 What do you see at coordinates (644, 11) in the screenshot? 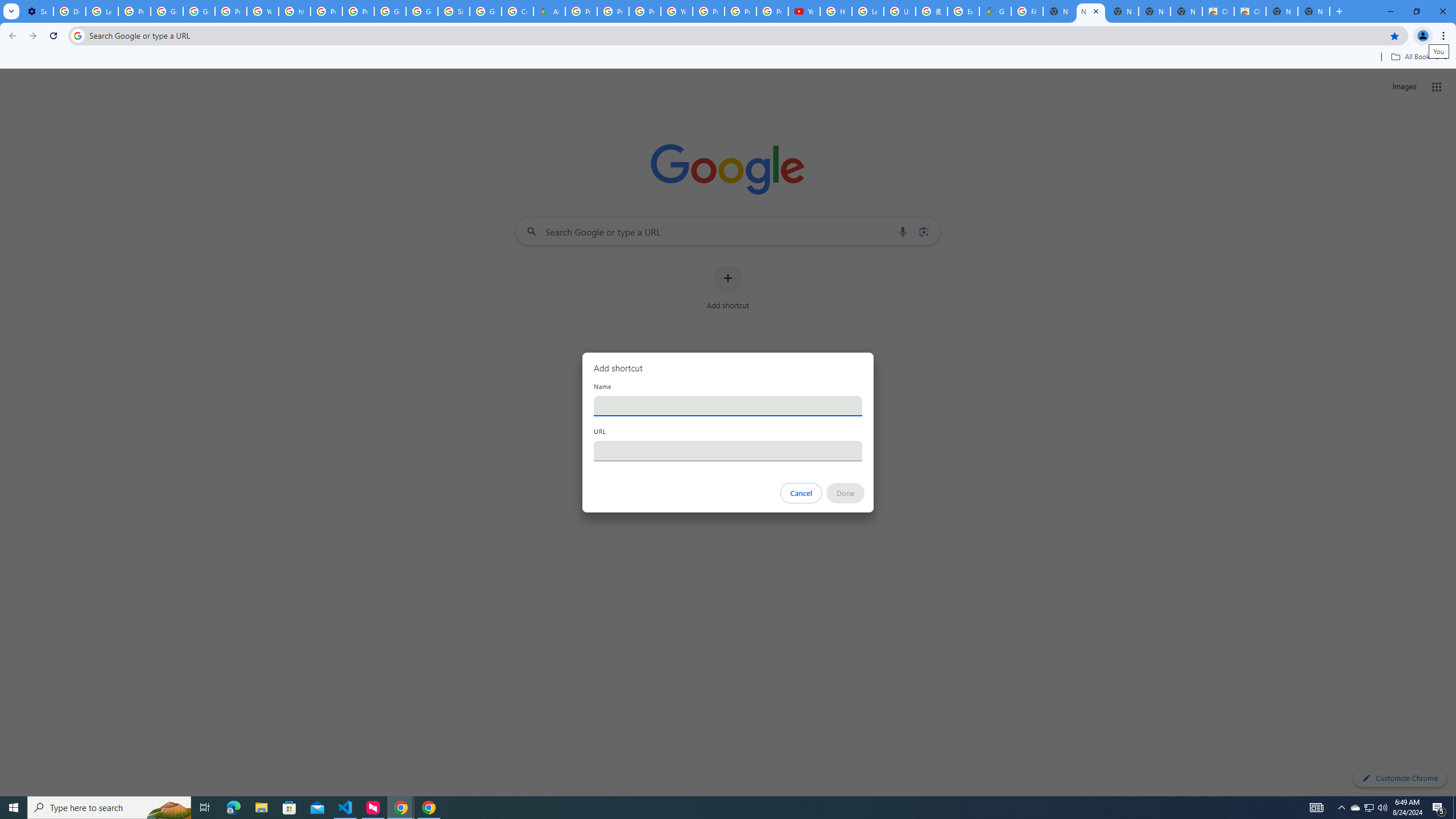
I see `'Privacy Help Center - Policies Help'` at bounding box center [644, 11].